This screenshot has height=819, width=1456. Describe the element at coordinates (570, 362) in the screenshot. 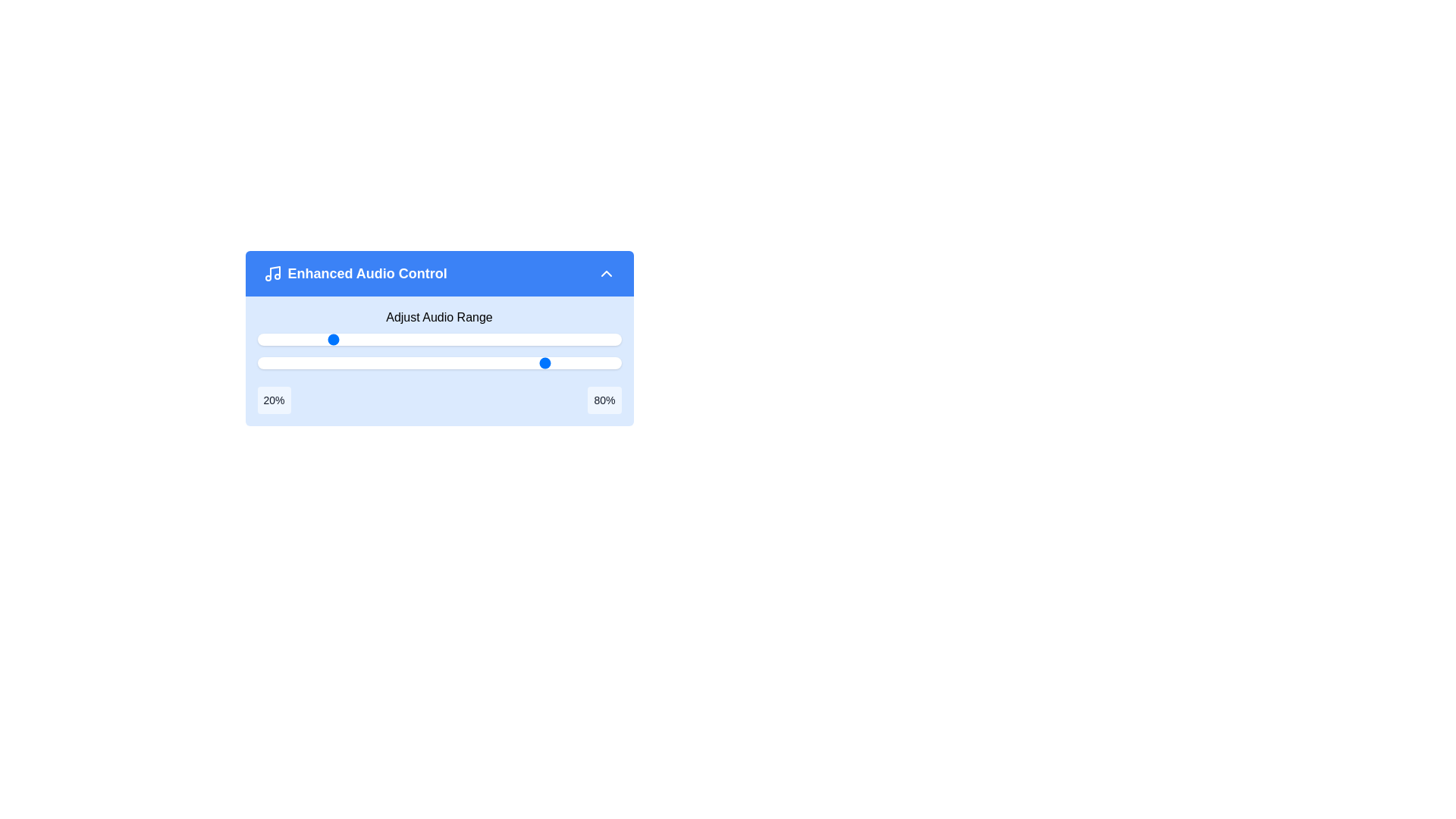

I see `the slider` at that location.